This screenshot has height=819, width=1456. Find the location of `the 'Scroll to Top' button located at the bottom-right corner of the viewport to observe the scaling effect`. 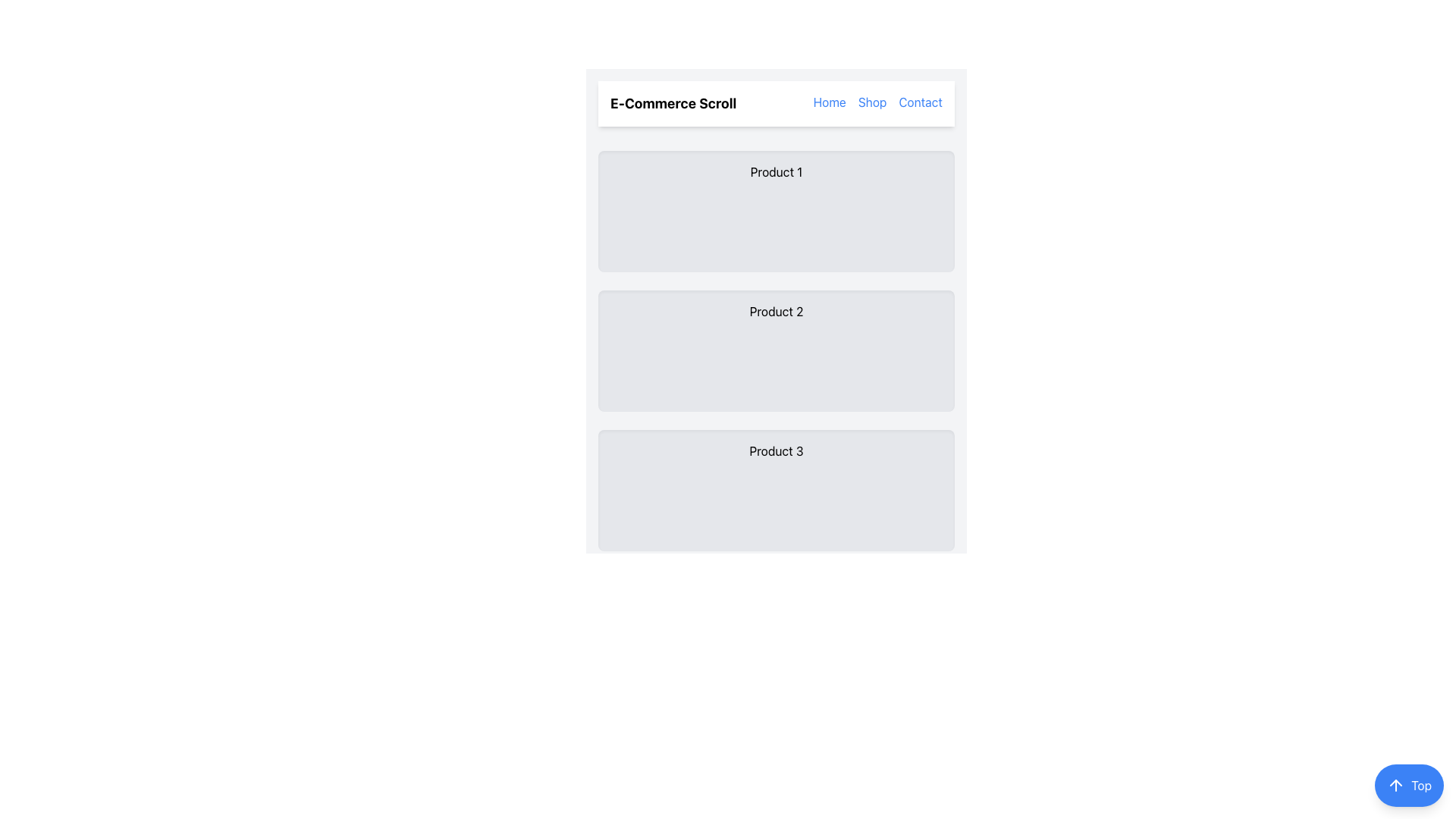

the 'Scroll to Top' button located at the bottom-right corner of the viewport to observe the scaling effect is located at coordinates (1408, 785).